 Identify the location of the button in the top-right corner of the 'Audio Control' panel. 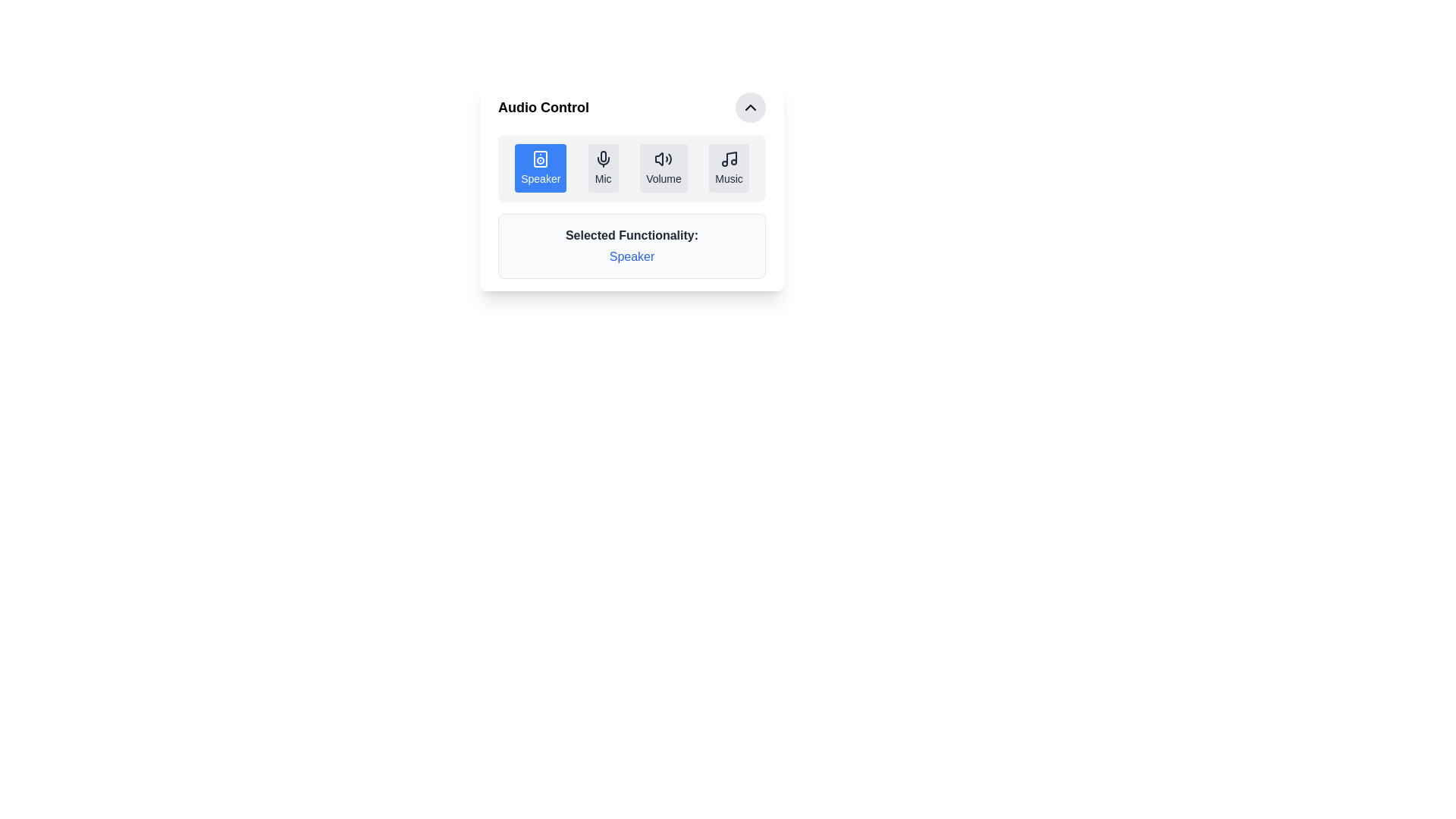
(750, 107).